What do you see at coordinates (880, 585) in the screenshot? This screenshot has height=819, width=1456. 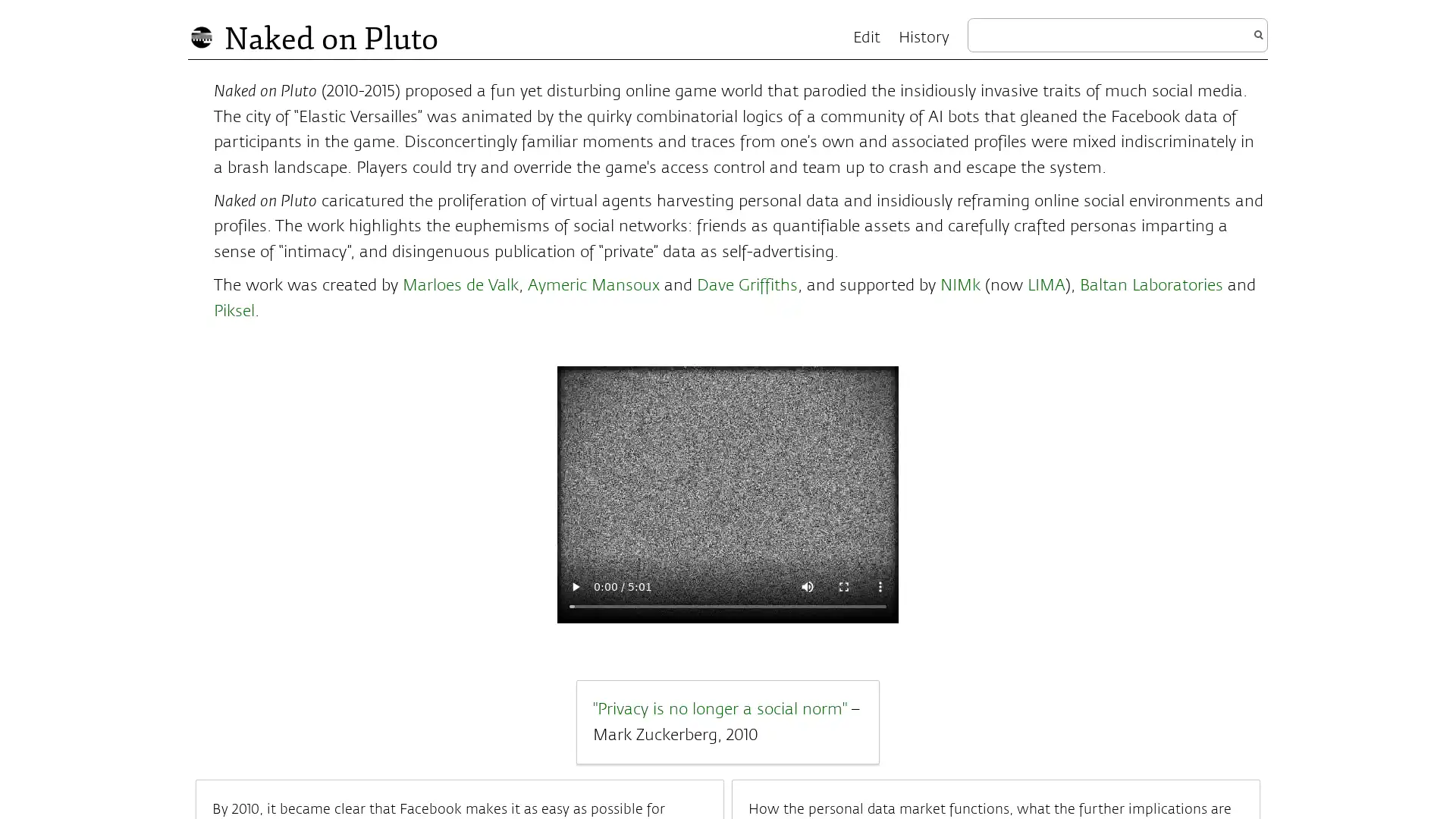 I see `show more media controls` at bounding box center [880, 585].